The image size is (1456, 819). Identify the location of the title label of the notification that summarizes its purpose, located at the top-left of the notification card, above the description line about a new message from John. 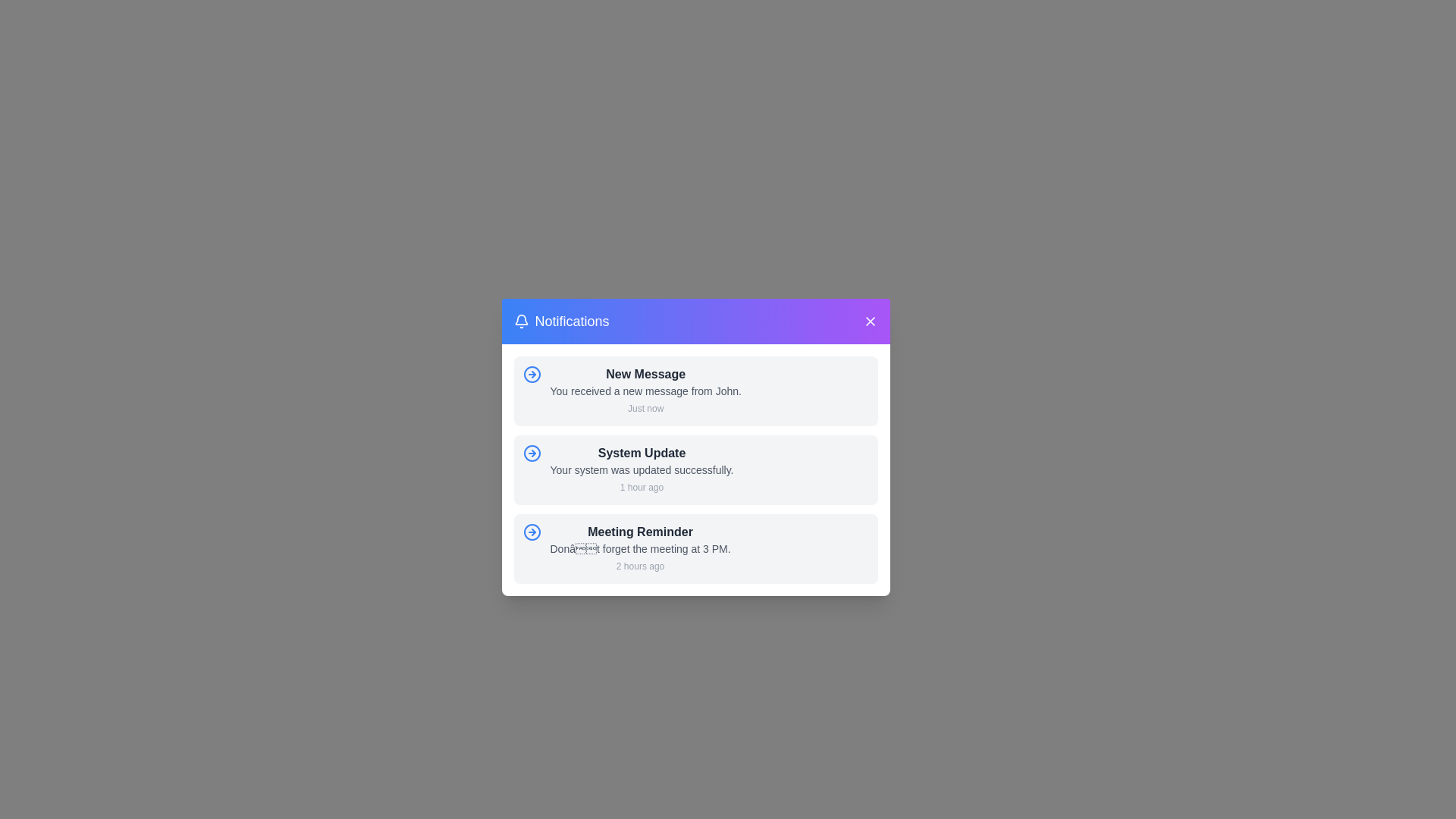
(645, 374).